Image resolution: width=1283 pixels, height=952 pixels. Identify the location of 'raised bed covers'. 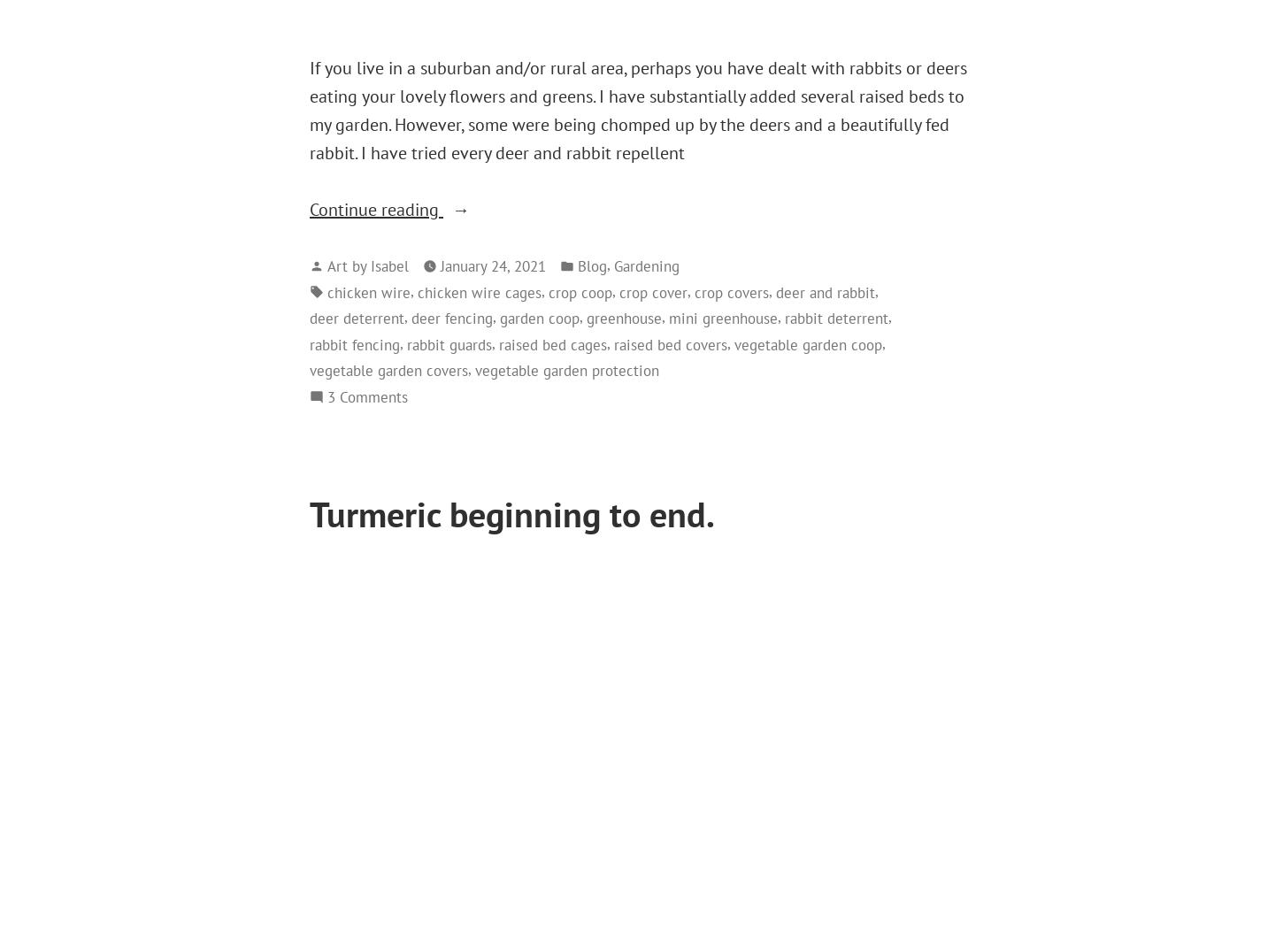
(671, 342).